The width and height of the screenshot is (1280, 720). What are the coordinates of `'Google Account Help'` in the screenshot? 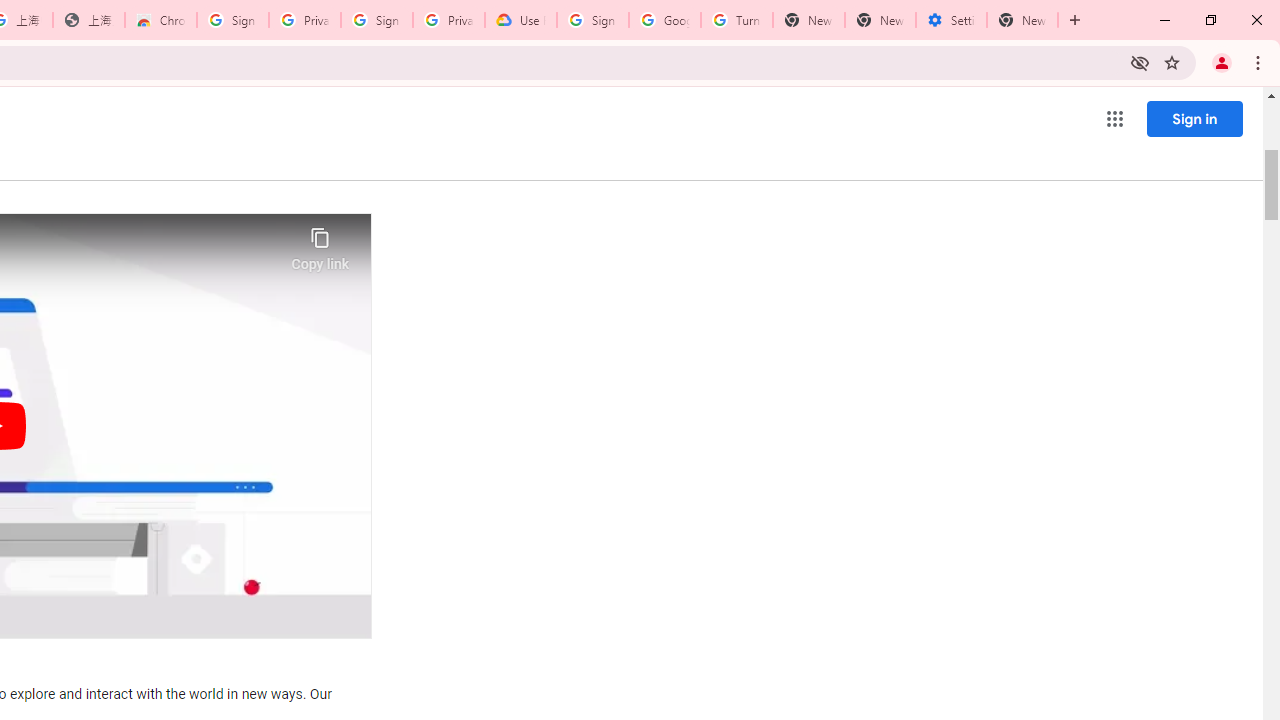 It's located at (664, 20).